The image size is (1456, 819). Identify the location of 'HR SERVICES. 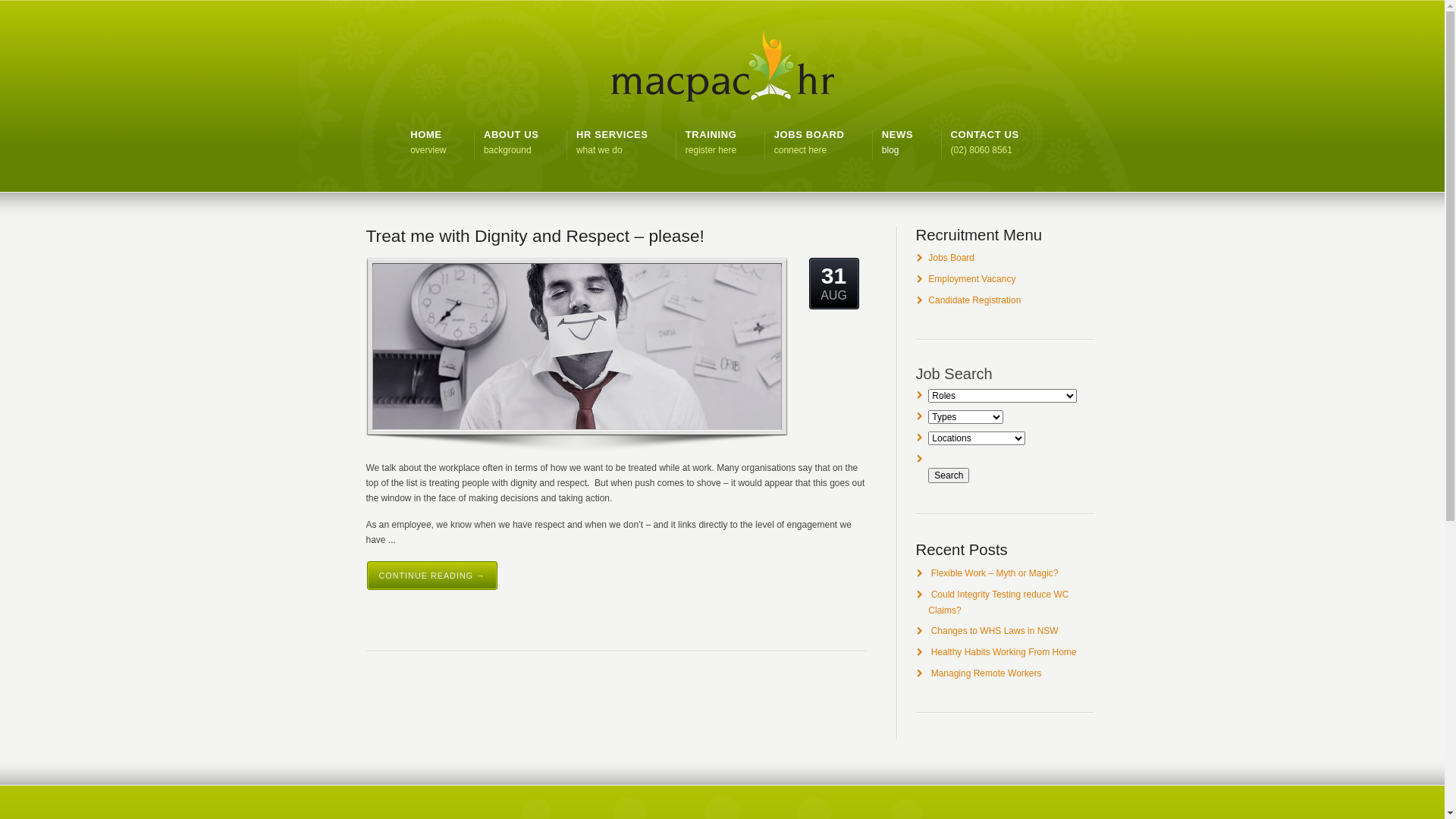
(612, 143).